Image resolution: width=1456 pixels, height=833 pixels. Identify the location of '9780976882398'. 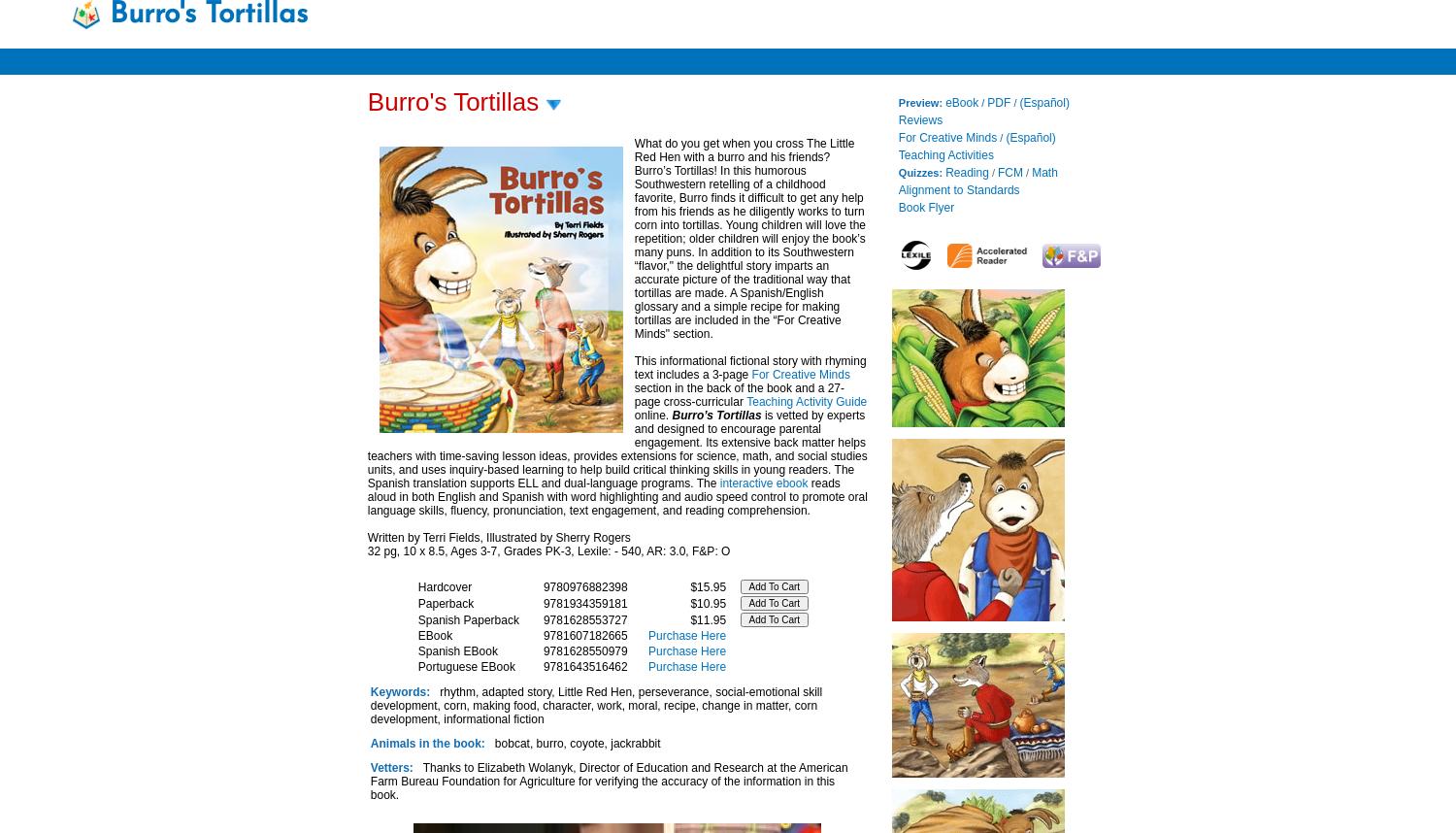
(583, 586).